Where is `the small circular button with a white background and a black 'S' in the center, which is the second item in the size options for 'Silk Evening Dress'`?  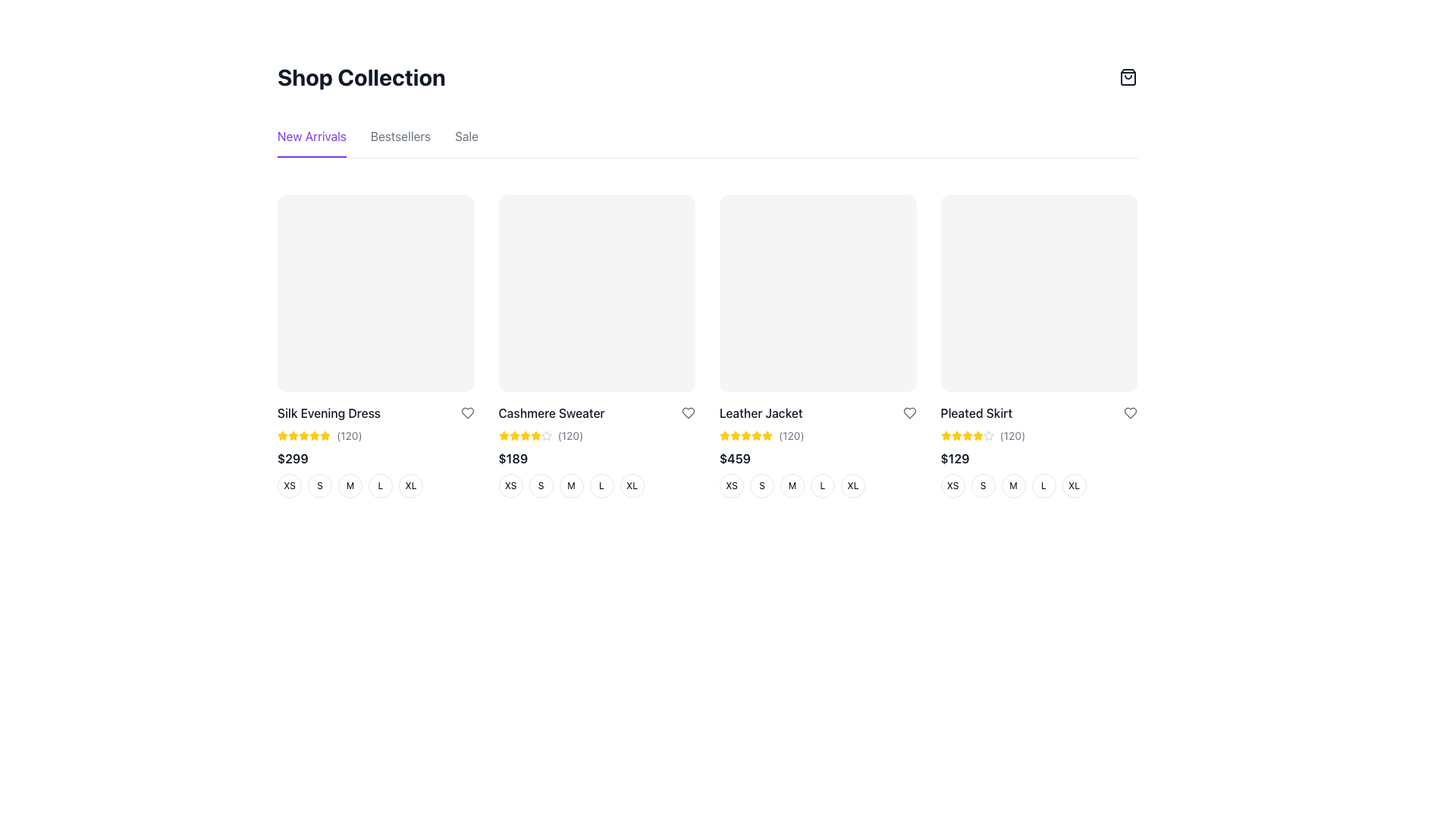 the small circular button with a white background and a black 'S' in the center, which is the second item in the size options for 'Silk Evening Dress' is located at coordinates (319, 485).